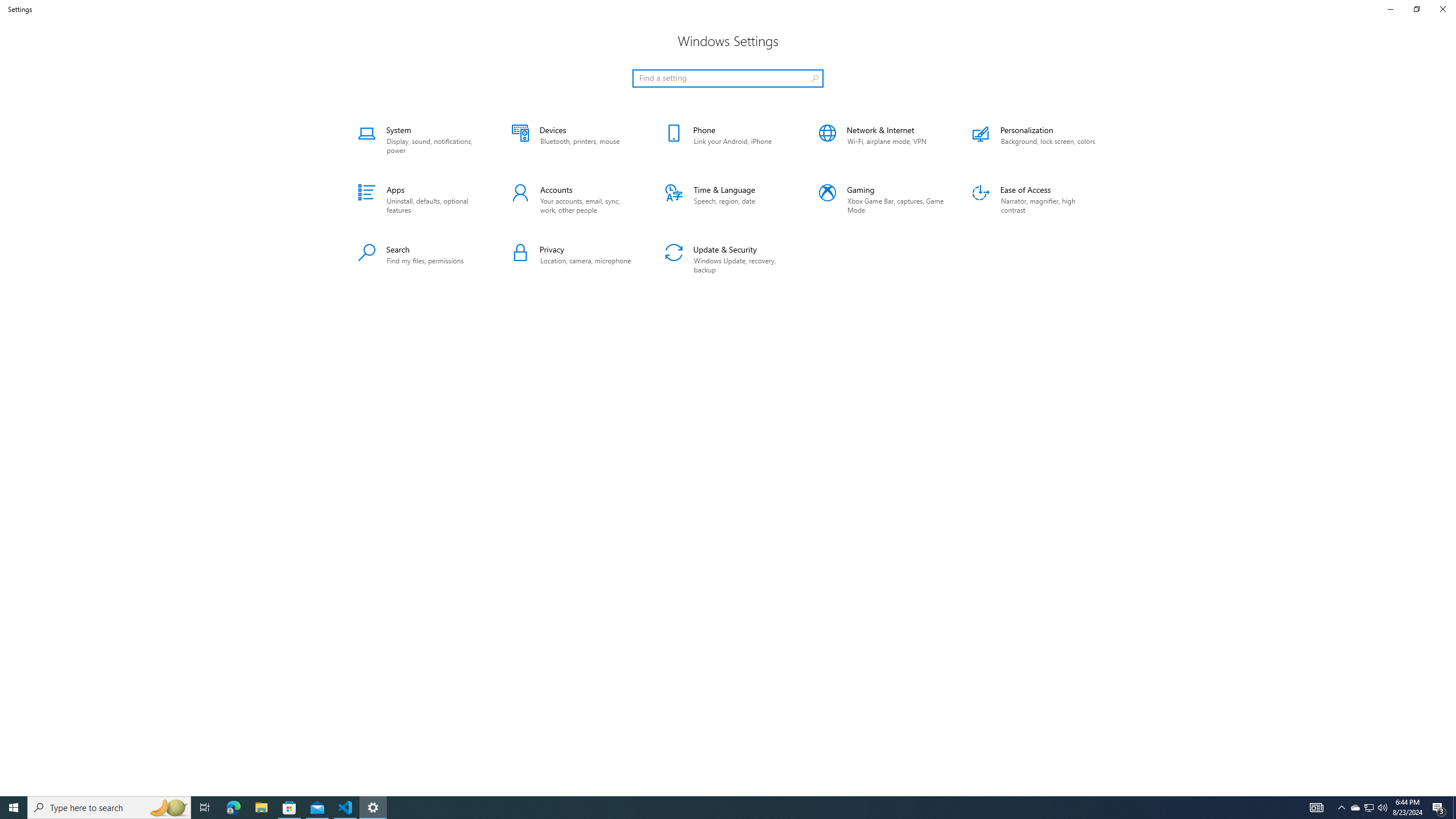 The height and width of the screenshot is (819, 1456). Describe the element at coordinates (1035, 200) in the screenshot. I see `'Ease of Access'` at that location.